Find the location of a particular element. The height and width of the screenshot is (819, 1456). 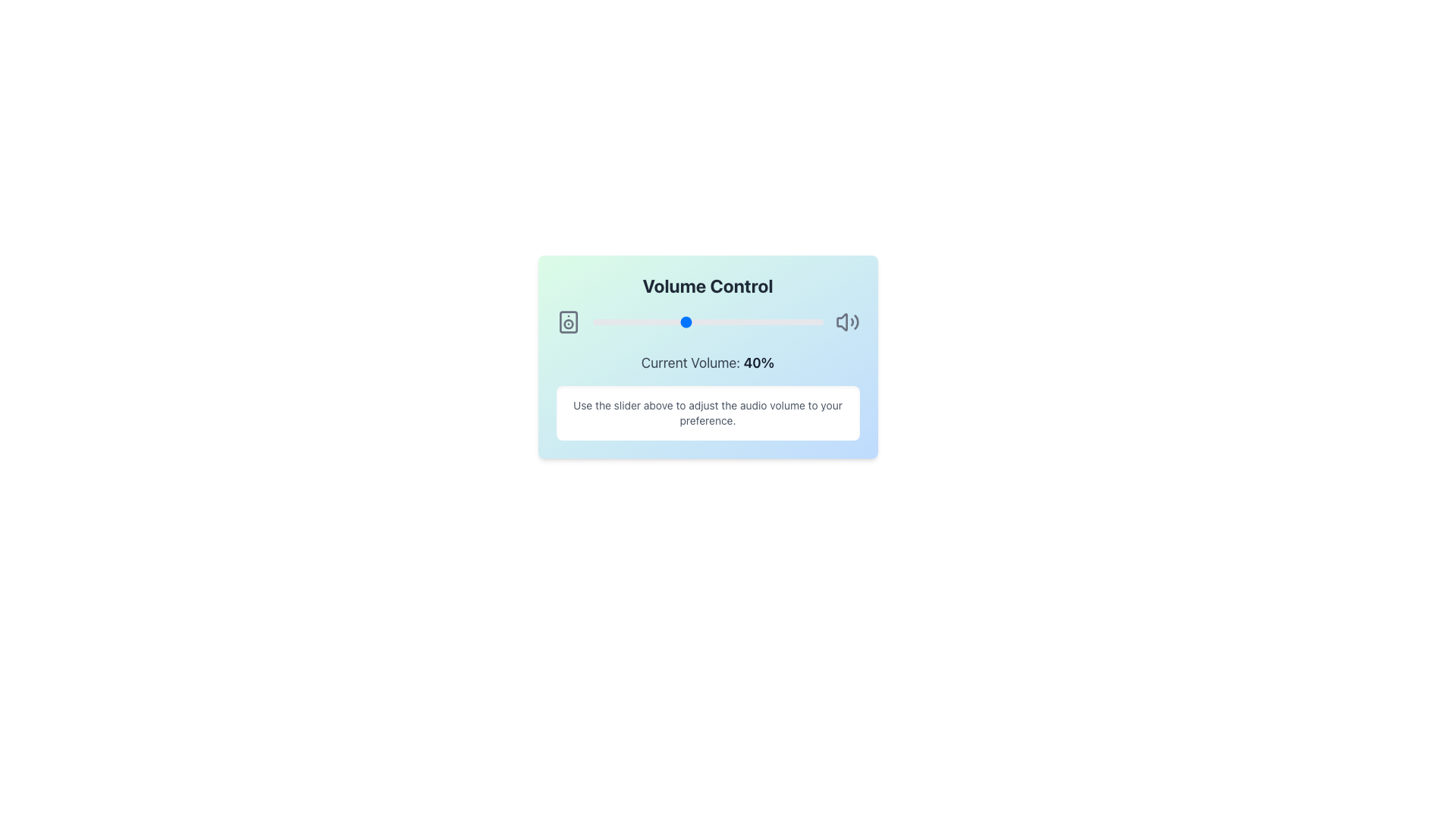

the volume level is located at coordinates (704, 321).